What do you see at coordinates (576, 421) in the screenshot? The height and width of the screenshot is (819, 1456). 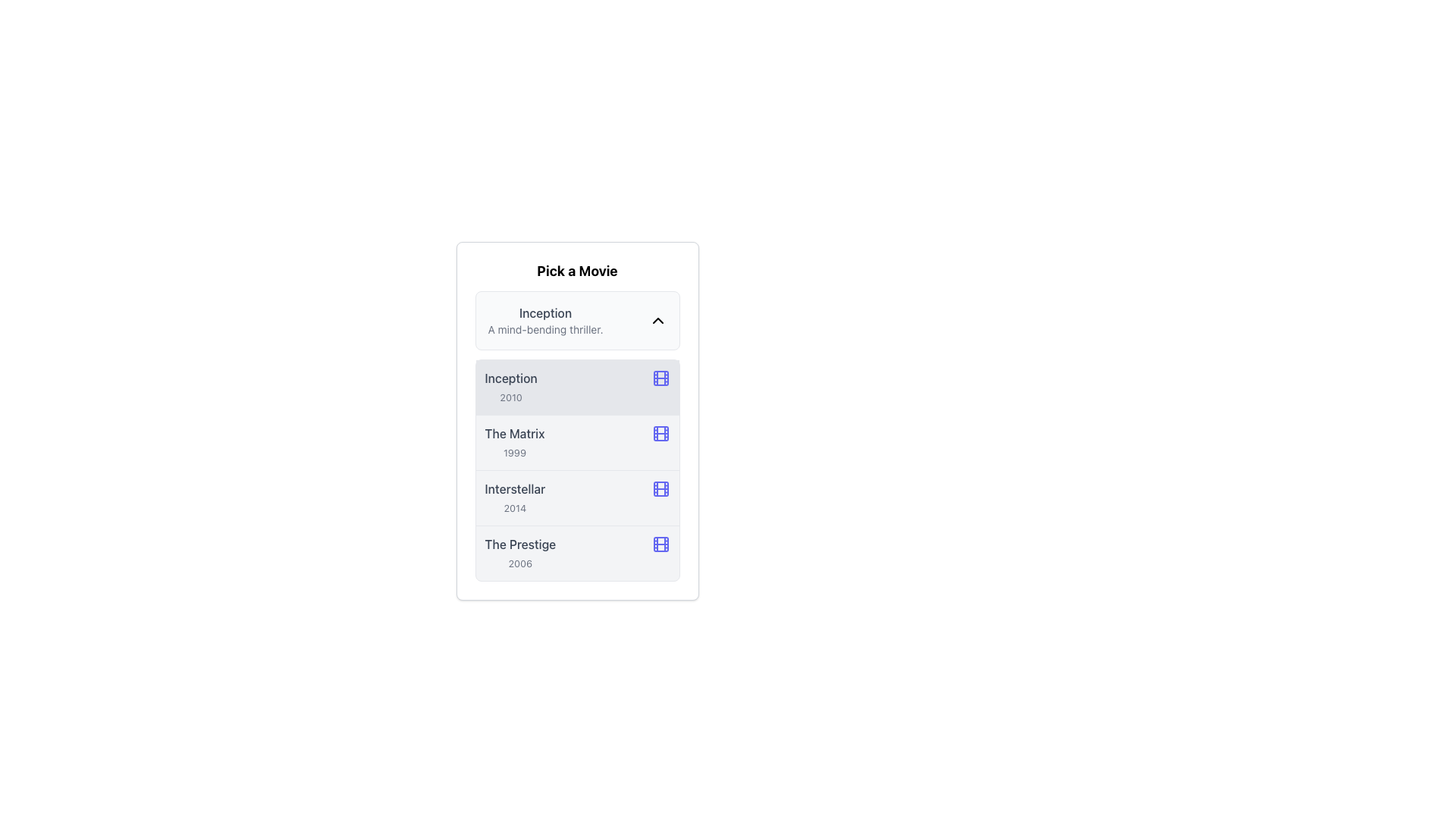 I see `the second list item under 'Pick a Movie'` at bounding box center [576, 421].